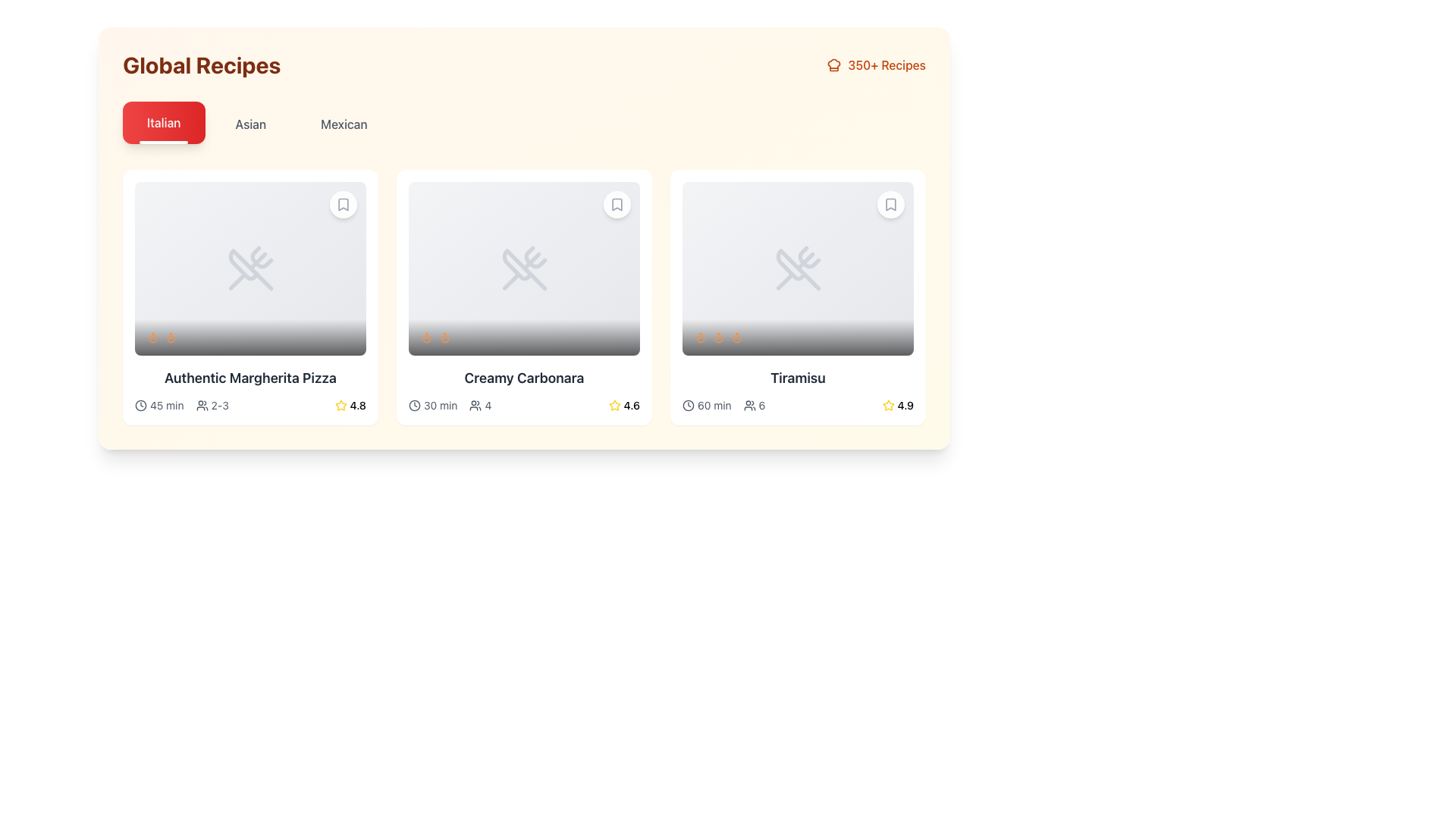 This screenshot has width=1456, height=819. What do you see at coordinates (797, 377) in the screenshot?
I see `the text label that serves as the title of the recipe card, located at the bottom of the third card in a horizontal list` at bounding box center [797, 377].